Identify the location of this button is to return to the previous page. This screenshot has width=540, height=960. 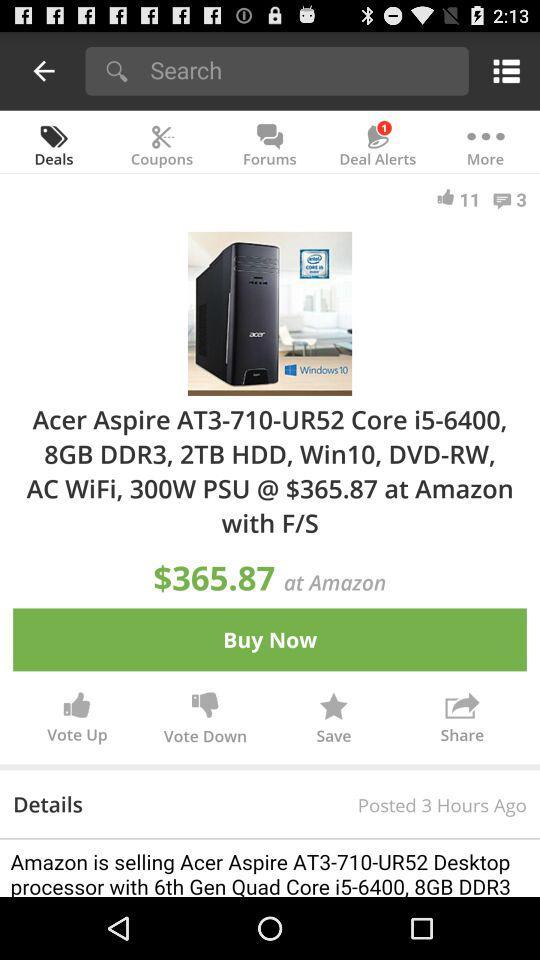
(44, 70).